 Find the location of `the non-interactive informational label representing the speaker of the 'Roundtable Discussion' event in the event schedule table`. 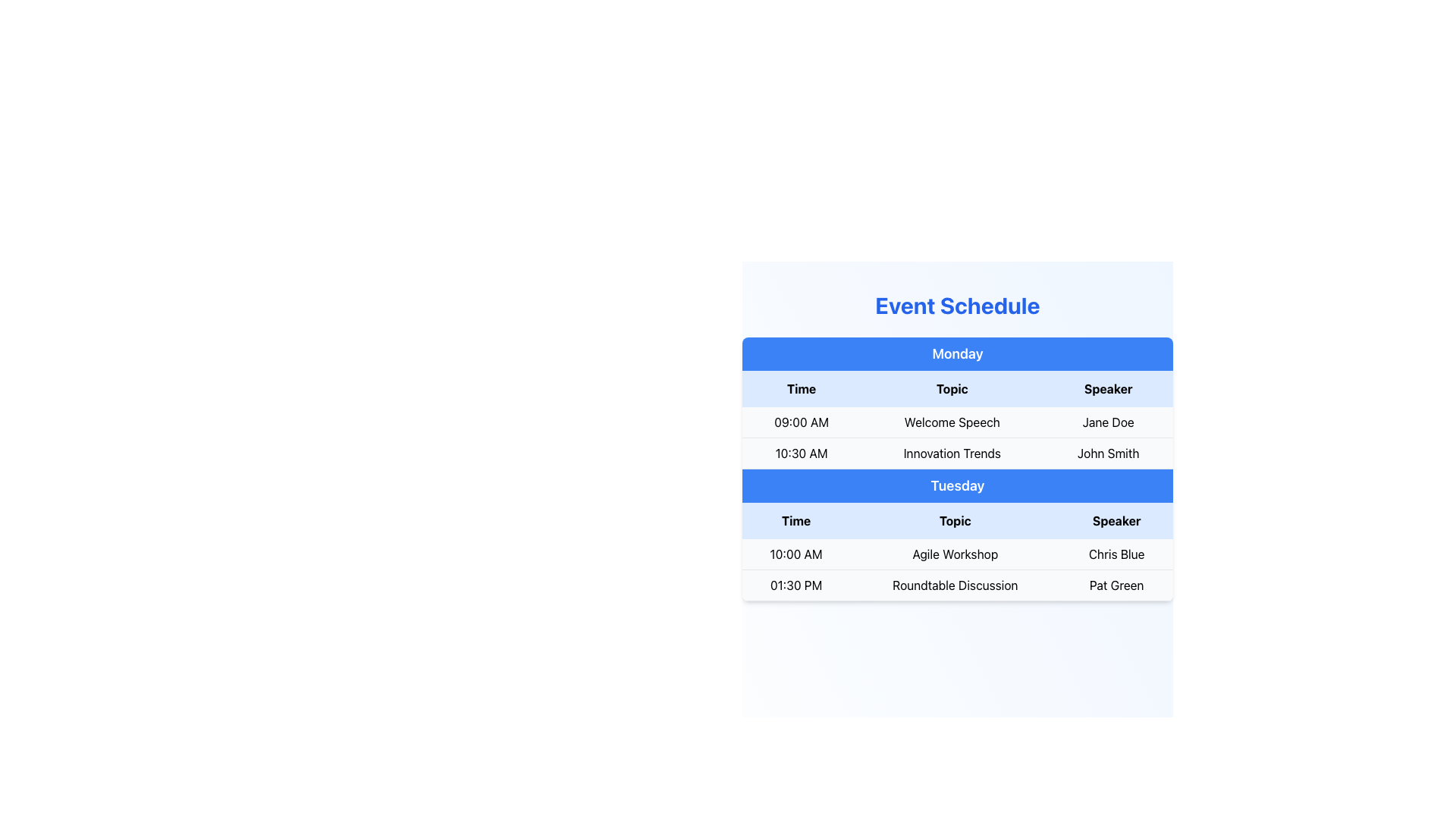

the non-interactive informational label representing the speaker of the 'Roundtable Discussion' event in the event schedule table is located at coordinates (1116, 584).